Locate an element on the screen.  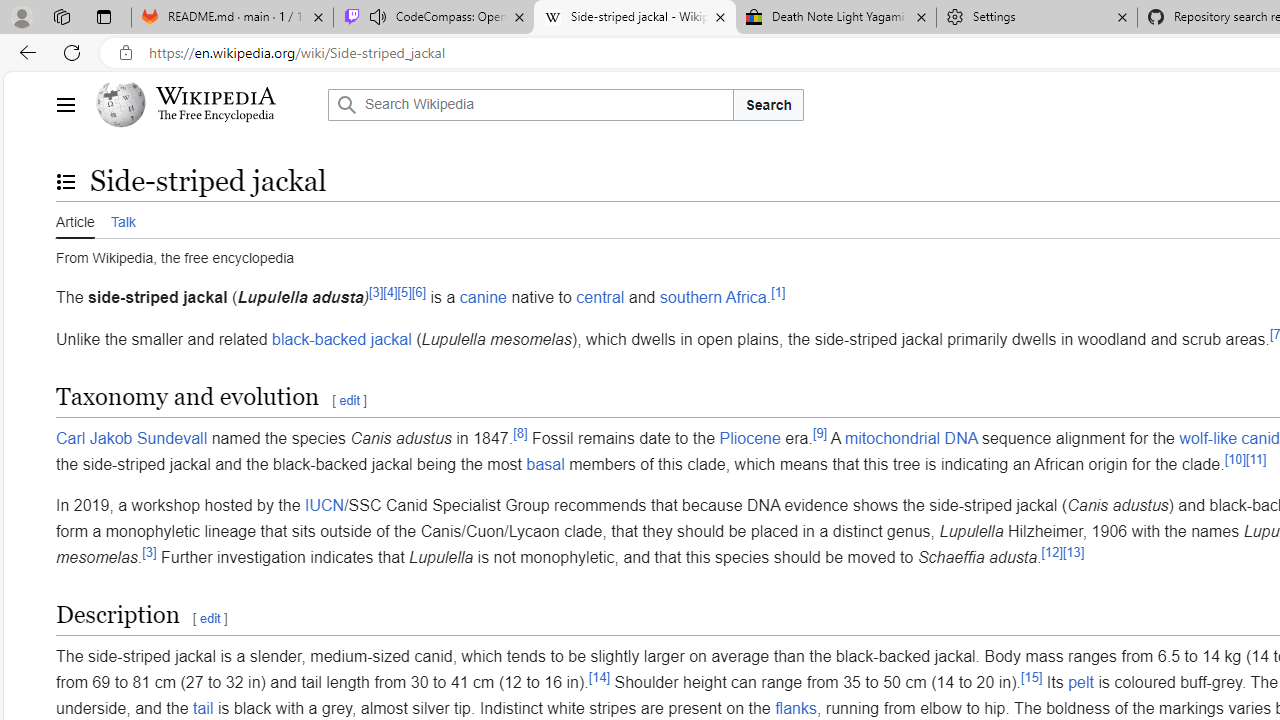
'[15]' is located at coordinates (1032, 675).